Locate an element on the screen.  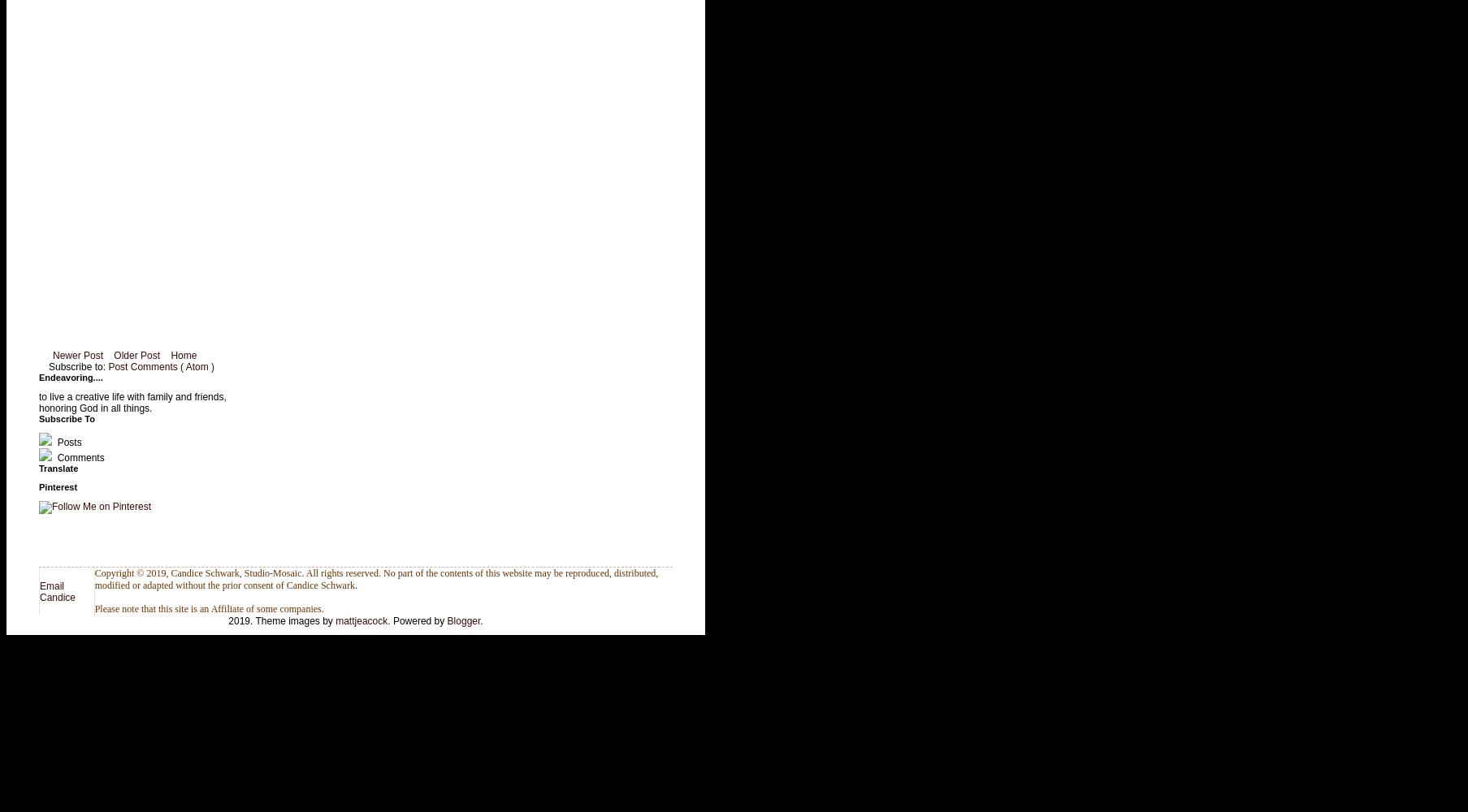
'to live a creative life with family and friends, honoring  God in all things.' is located at coordinates (132, 402).